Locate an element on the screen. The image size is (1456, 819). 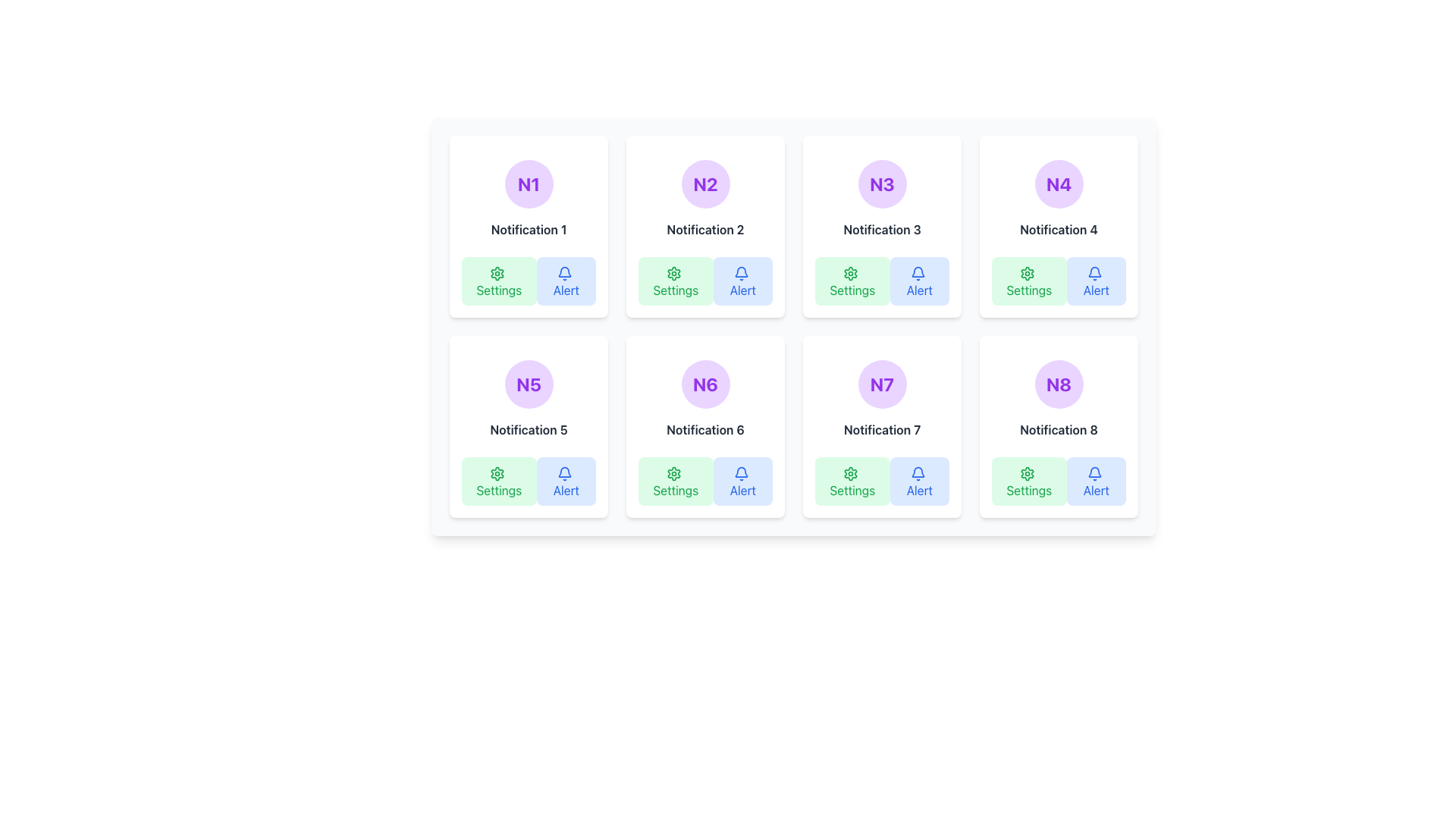
the bell icon located within the 'Alert' button in the bottom-right section of the grid inside the 'Notification 8' card is located at coordinates (1094, 472).